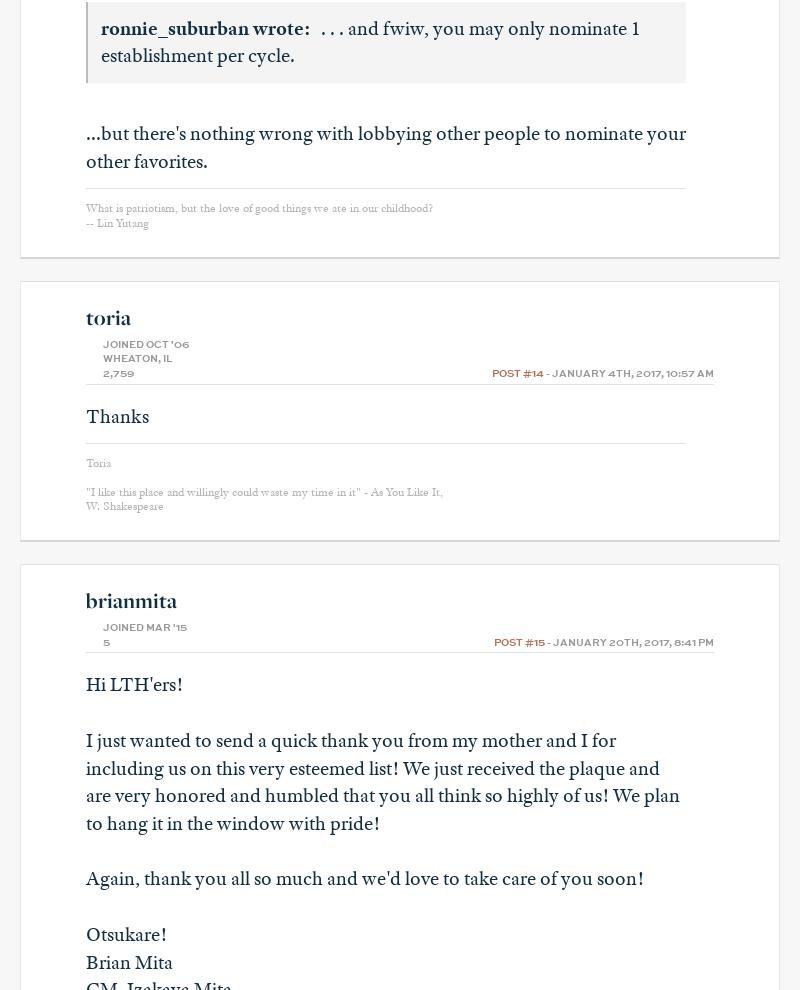 The image size is (800, 990). What do you see at coordinates (263, 491) in the screenshot?
I see `'"I like this place and willingly could waste my time in it" - As You Like It,'` at bounding box center [263, 491].